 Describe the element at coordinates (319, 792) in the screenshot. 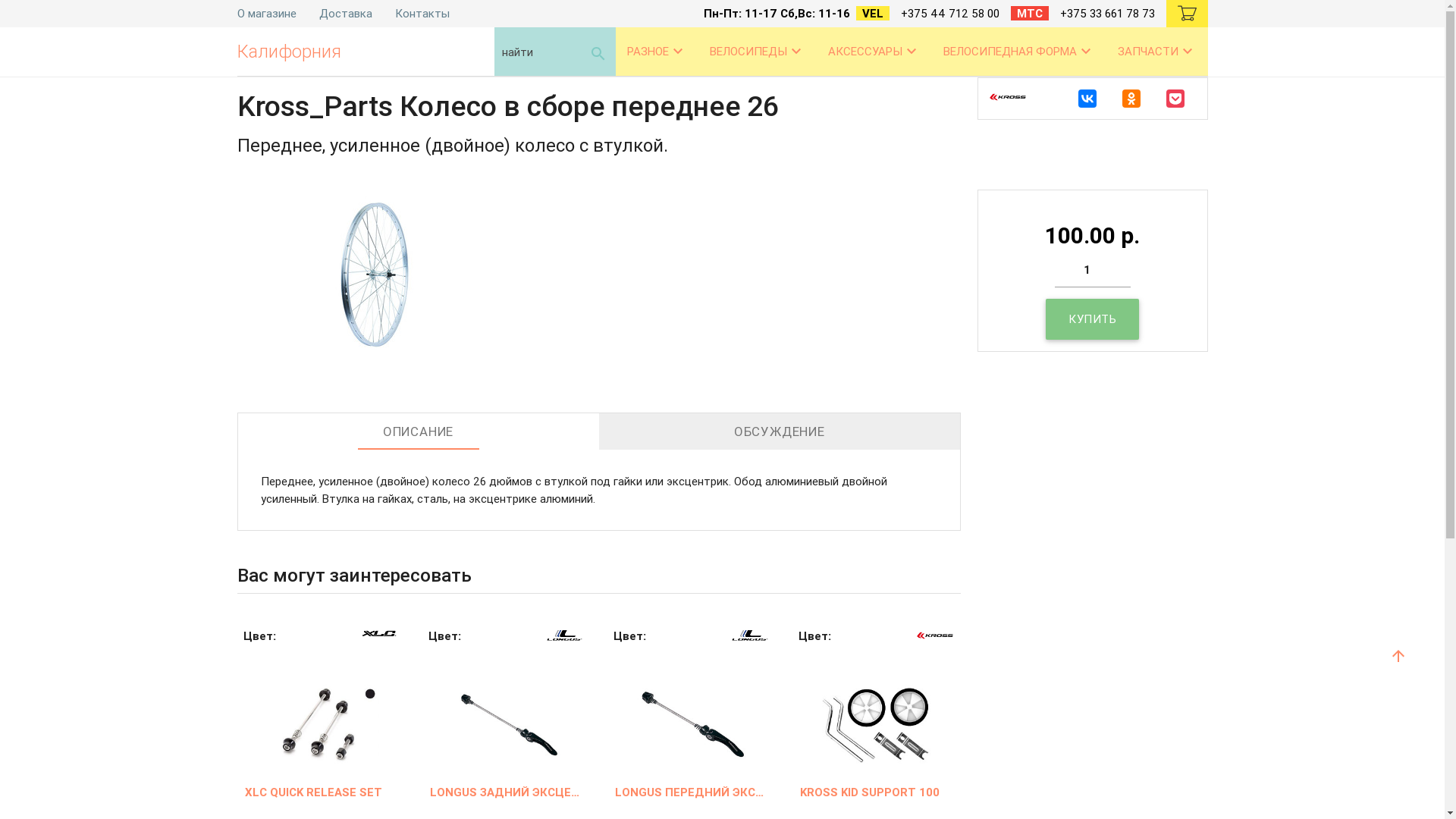

I see `'XLC QUICK RELEASE SET'` at that location.